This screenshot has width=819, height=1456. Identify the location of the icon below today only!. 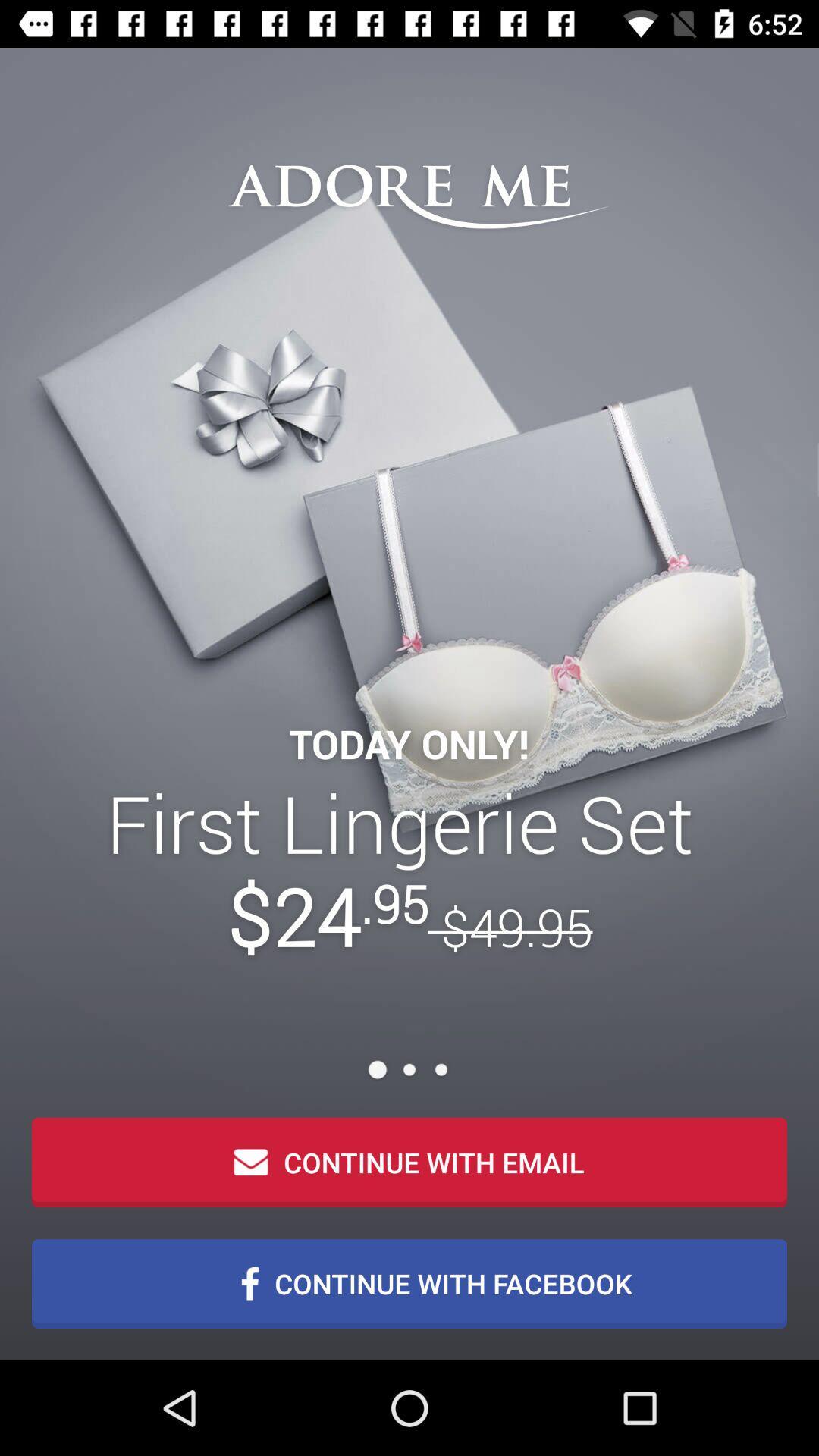
(409, 869).